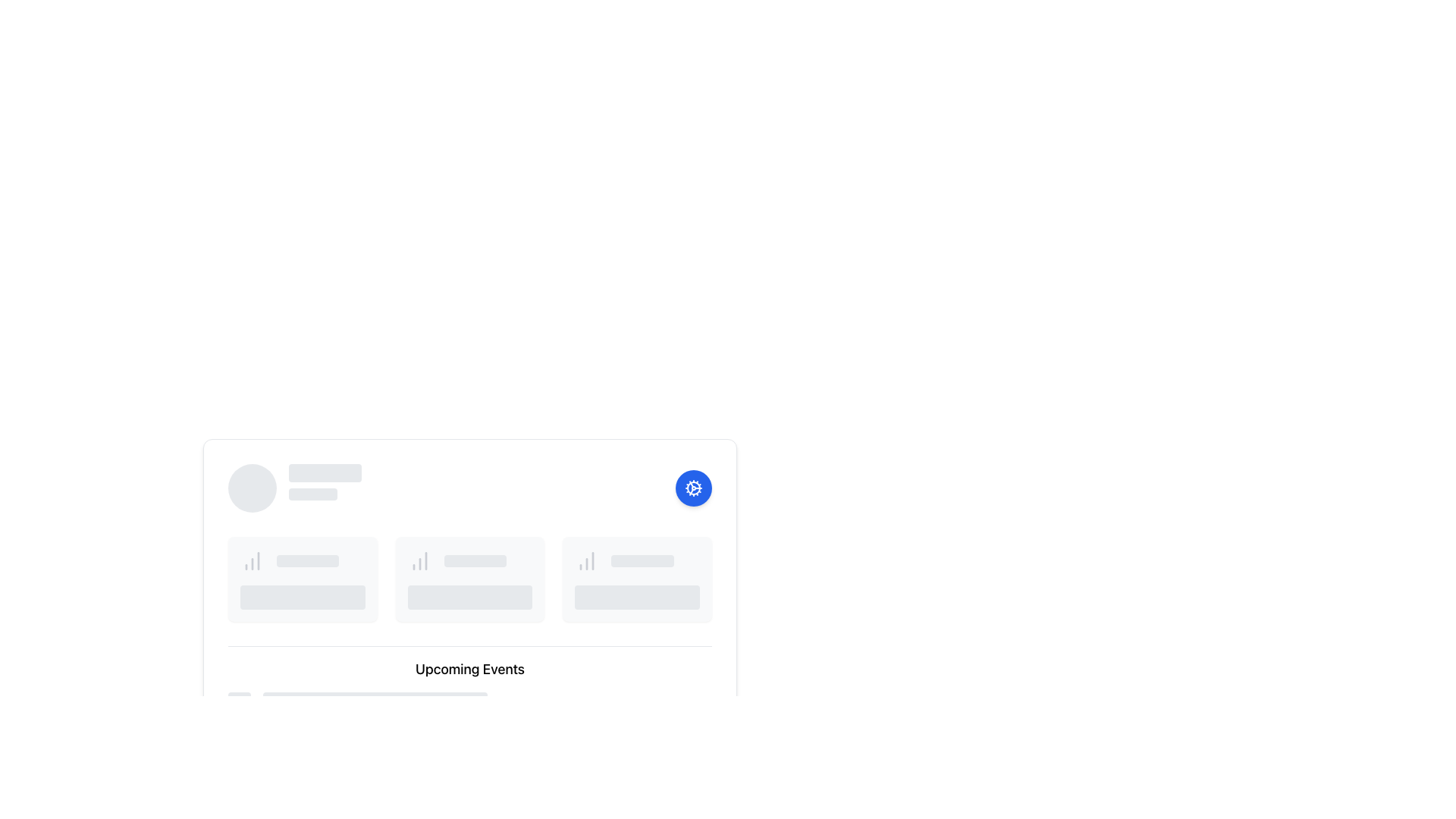 This screenshot has height=819, width=1456. Describe the element at coordinates (693, 488) in the screenshot. I see `the cogwheel icon located in the top-right corner of the interface` at that location.